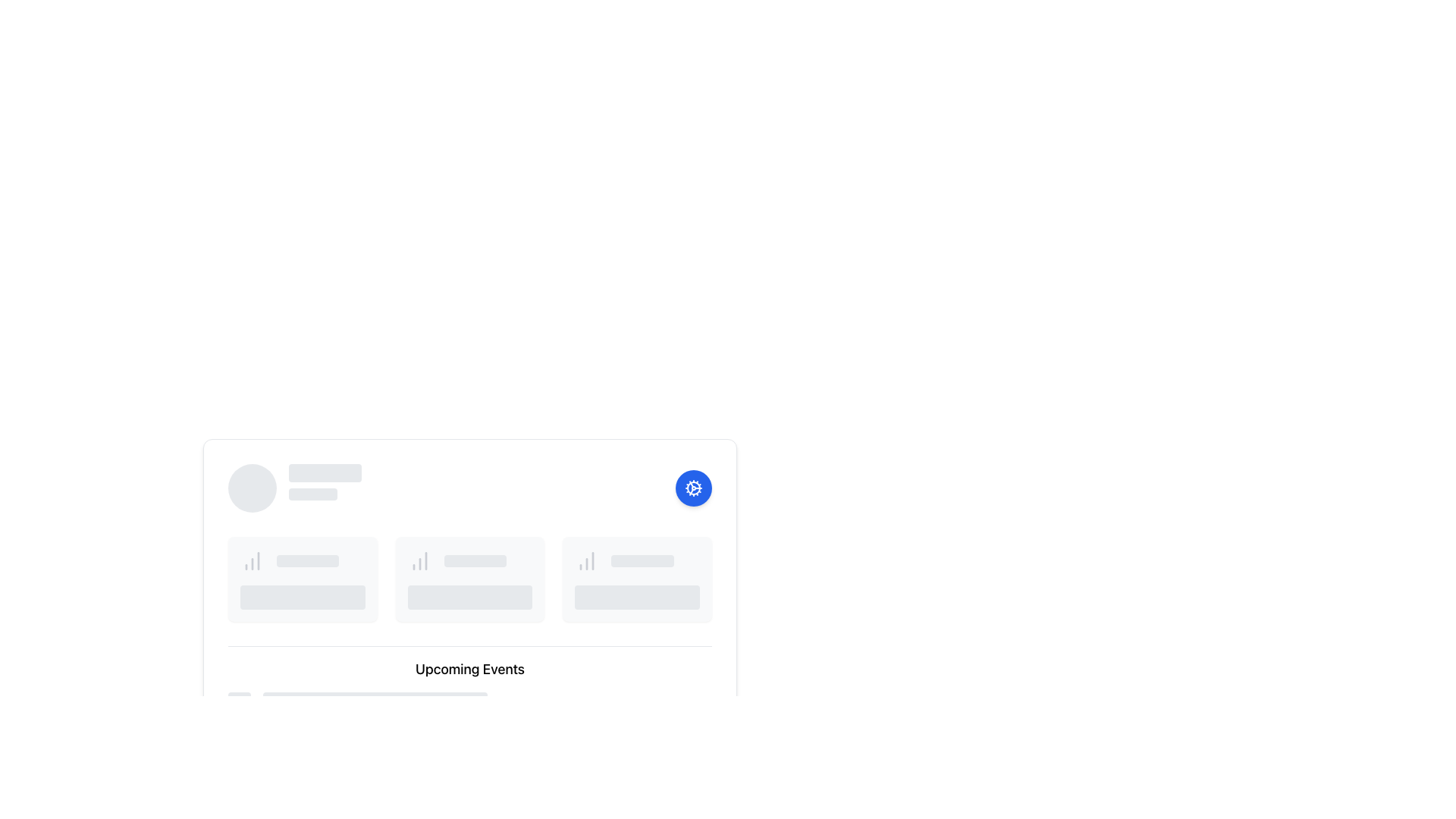 This screenshot has height=819, width=1456. Describe the element at coordinates (693, 488) in the screenshot. I see `the cogwheel icon located in the top-right corner of the interface` at that location.